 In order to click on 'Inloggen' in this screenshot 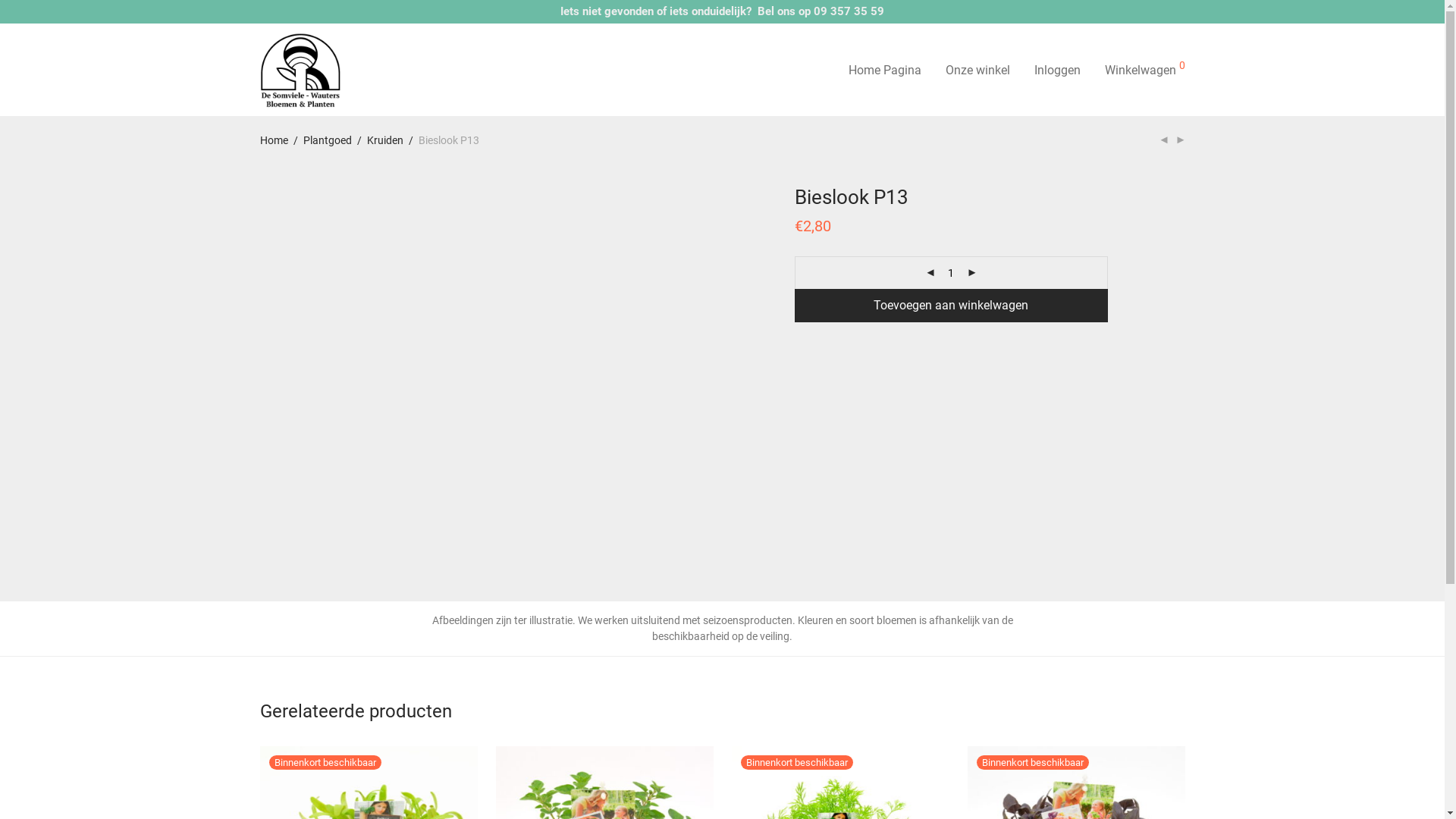, I will do `click(1022, 70)`.